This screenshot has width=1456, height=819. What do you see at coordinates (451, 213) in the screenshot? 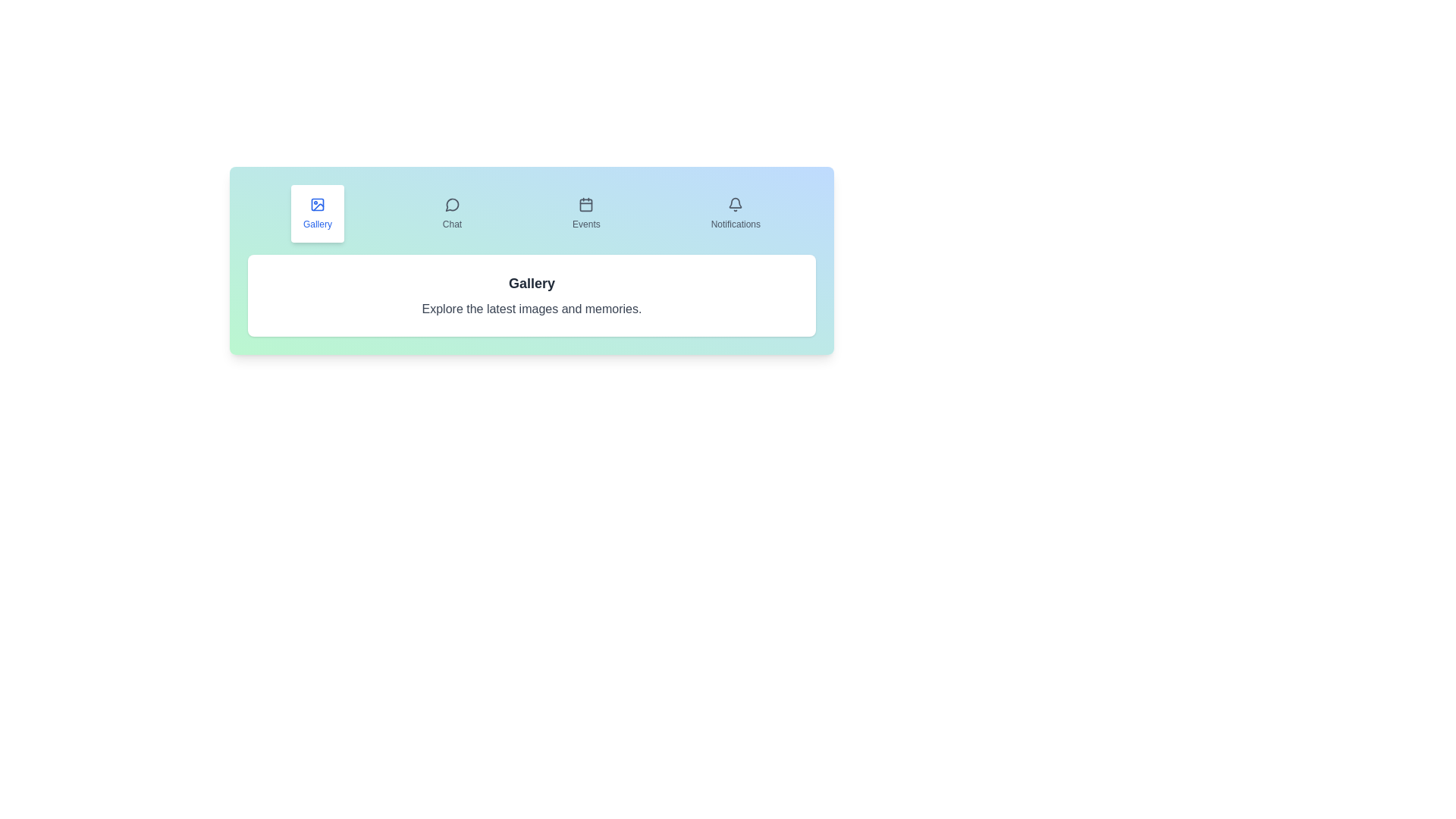
I see `the Chat tab to display its content` at bounding box center [451, 213].